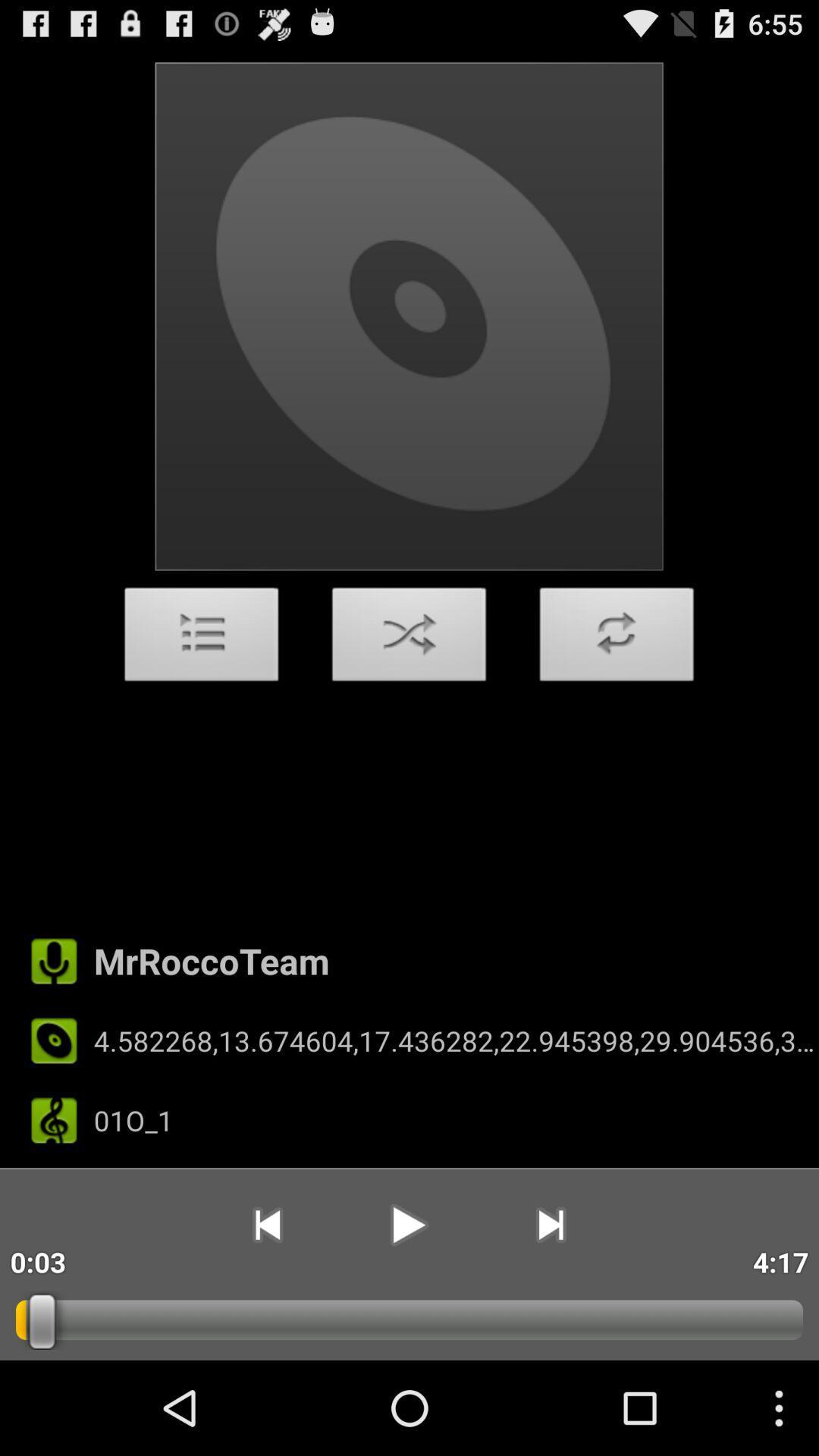 This screenshot has width=819, height=1456. I want to click on the item on the right, so click(617, 639).